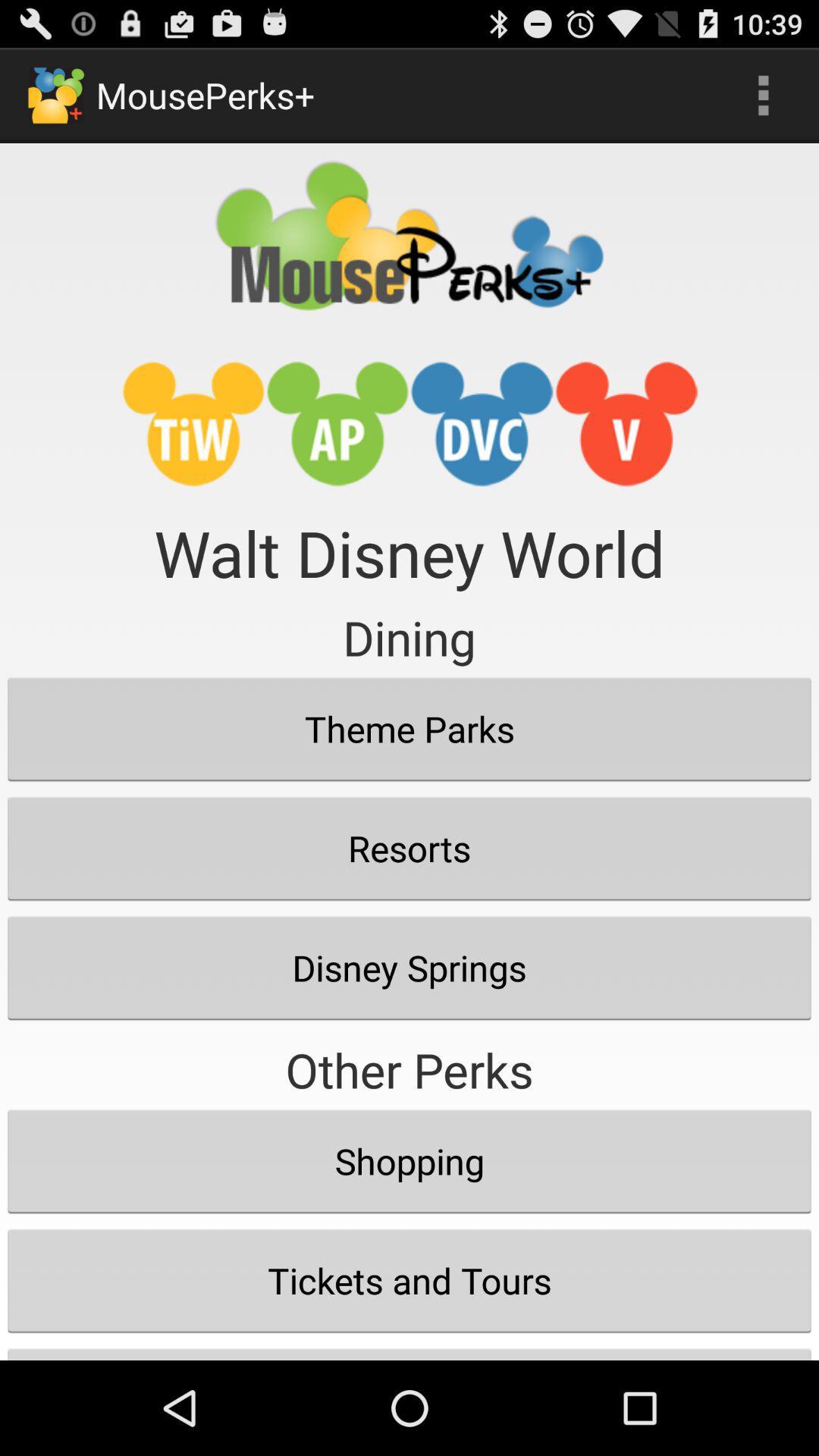 This screenshot has width=819, height=1456. I want to click on tickets and tours item, so click(409, 1280).